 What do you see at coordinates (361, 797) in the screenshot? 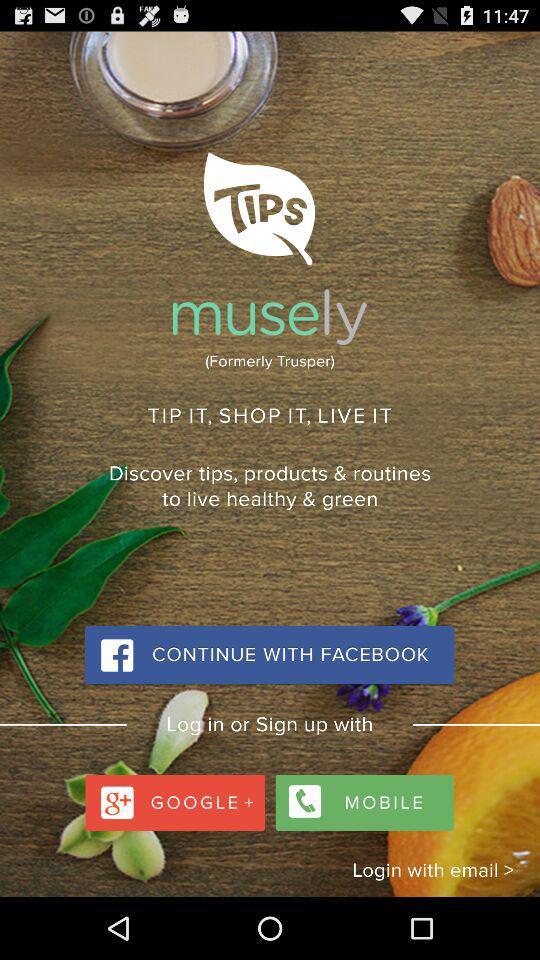
I see `mobile option` at bounding box center [361, 797].